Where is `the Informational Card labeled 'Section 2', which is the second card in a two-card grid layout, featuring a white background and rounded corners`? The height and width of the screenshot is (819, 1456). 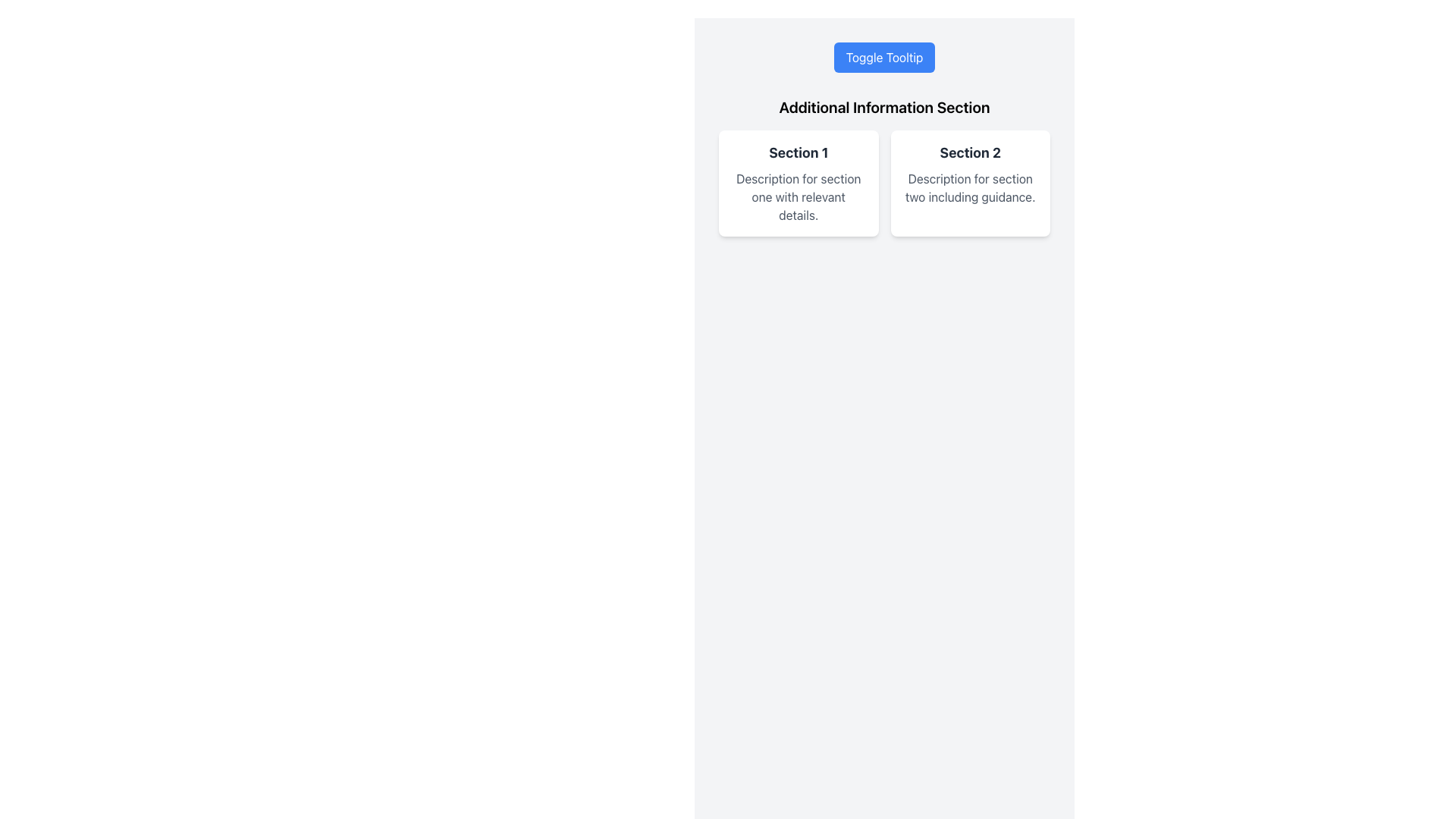
the Informational Card labeled 'Section 2', which is the second card in a two-card grid layout, featuring a white background and rounded corners is located at coordinates (969, 183).